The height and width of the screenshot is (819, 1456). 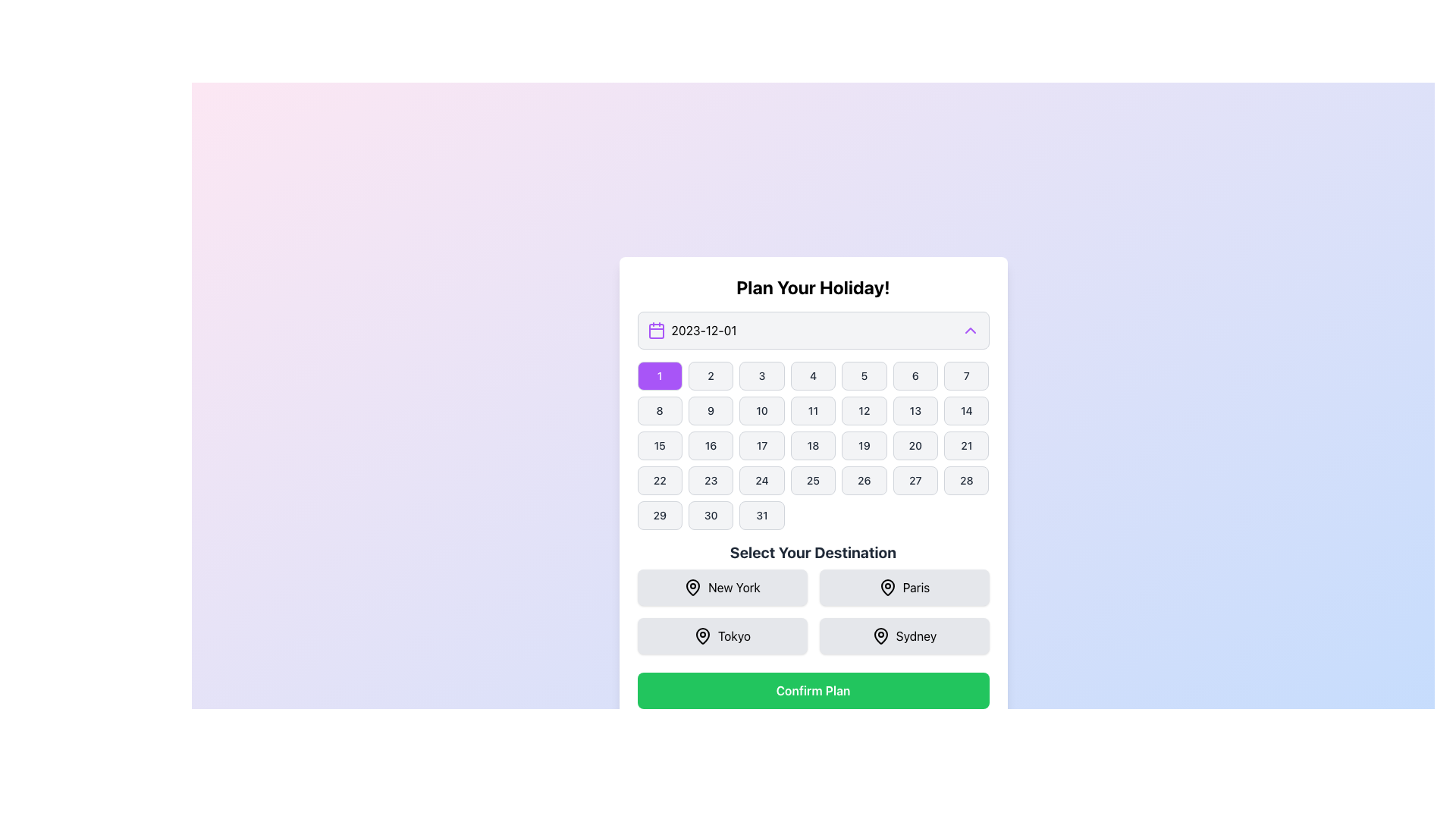 I want to click on the square-shaped button displaying the number '22' with rounded corners and a light background located in the first column of the fourth row in the grid layout, so click(x=660, y=480).